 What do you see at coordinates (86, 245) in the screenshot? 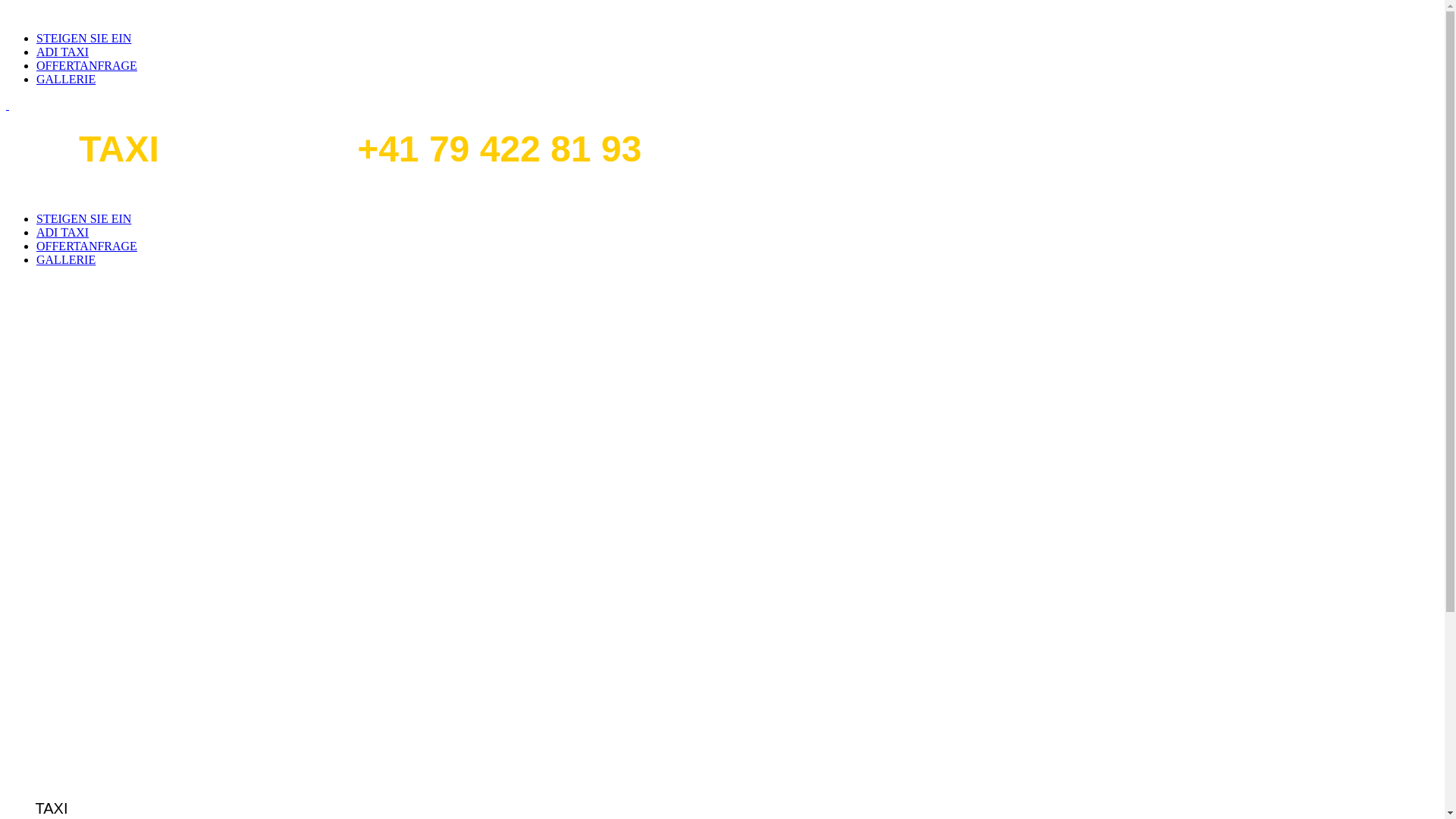
I see `'OFFERTANFRAGE'` at bounding box center [86, 245].